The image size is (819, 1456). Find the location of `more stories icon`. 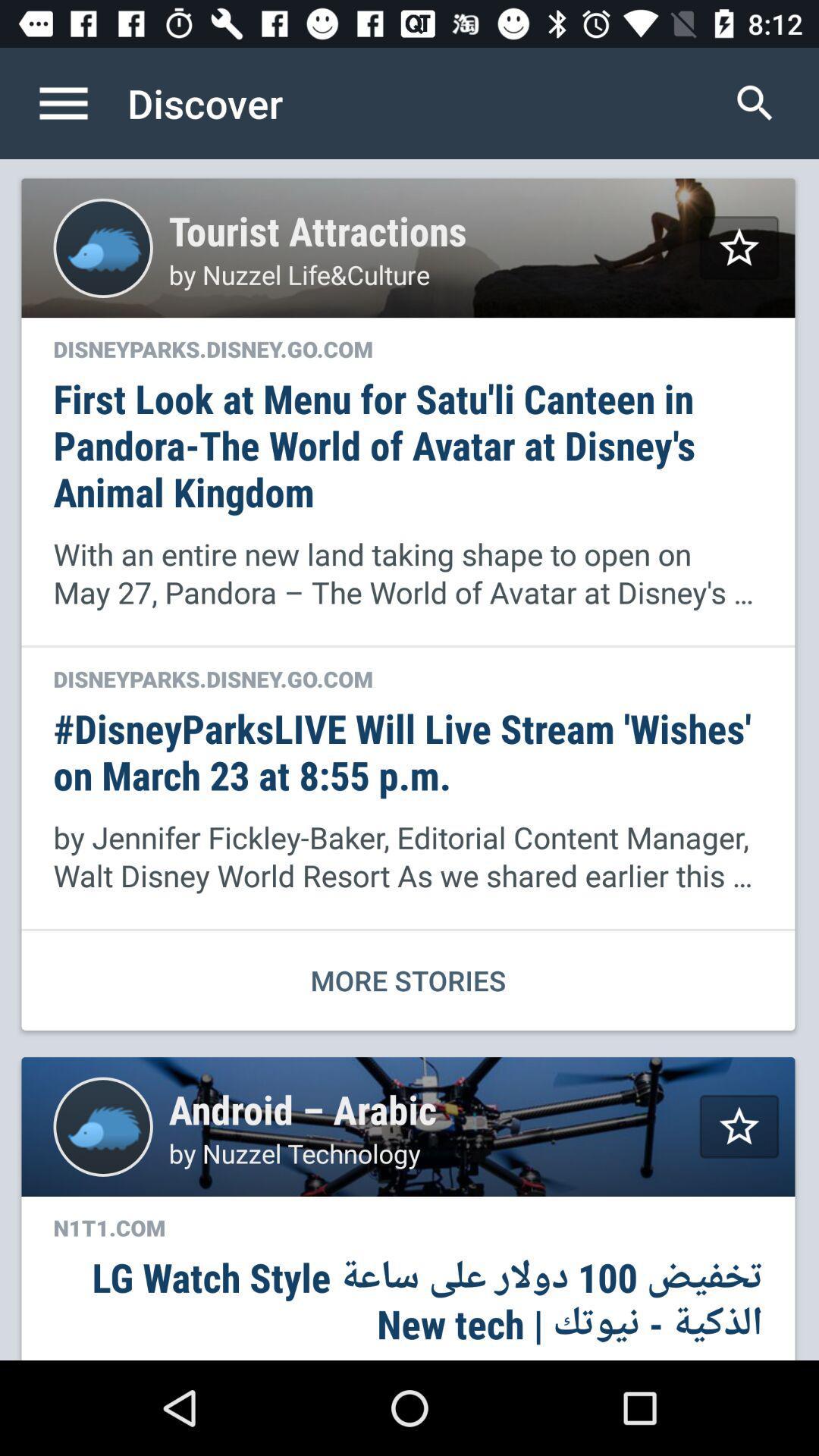

more stories icon is located at coordinates (407, 981).